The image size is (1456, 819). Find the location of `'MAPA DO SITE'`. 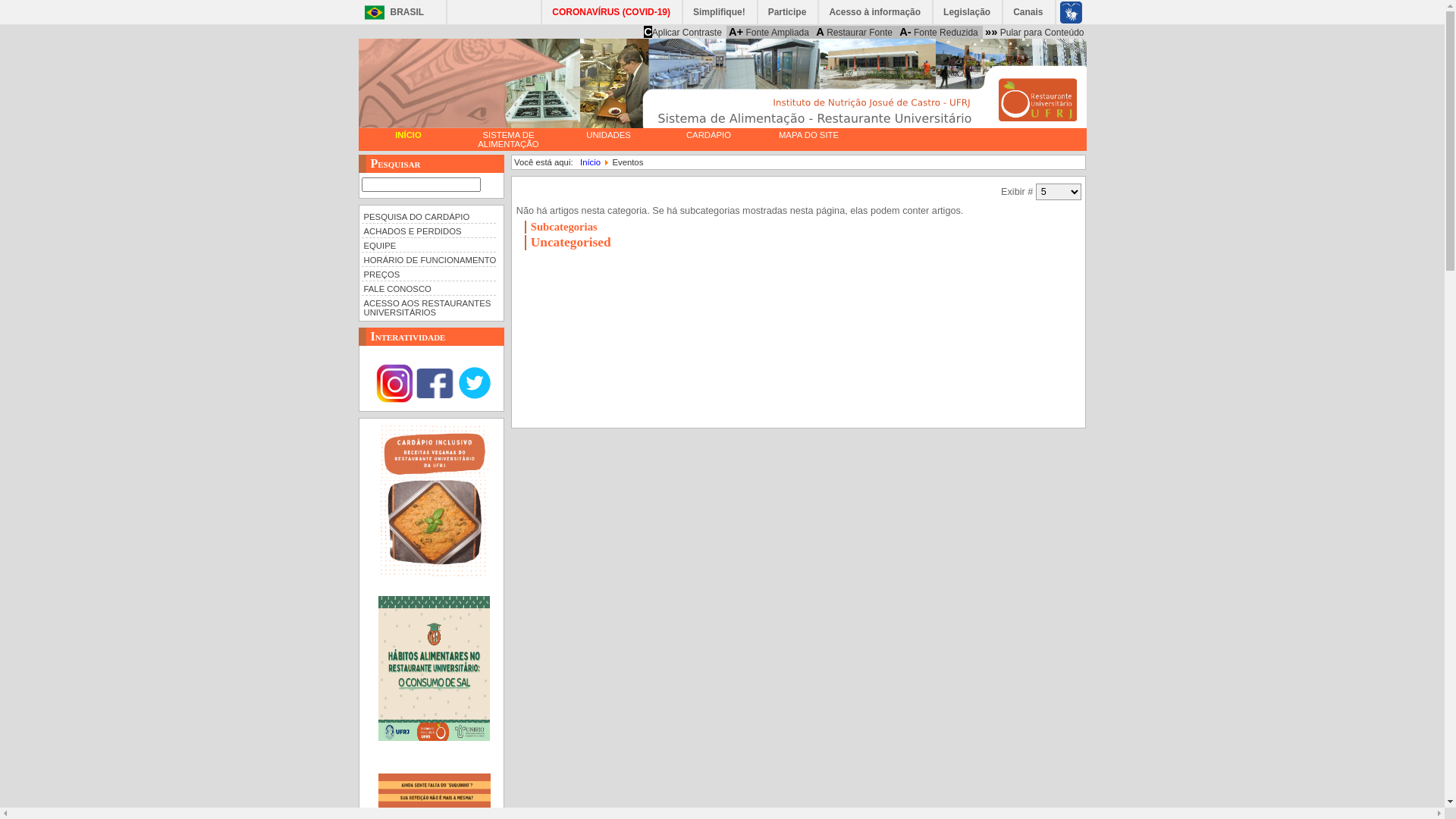

'MAPA DO SITE' is located at coordinates (807, 133).